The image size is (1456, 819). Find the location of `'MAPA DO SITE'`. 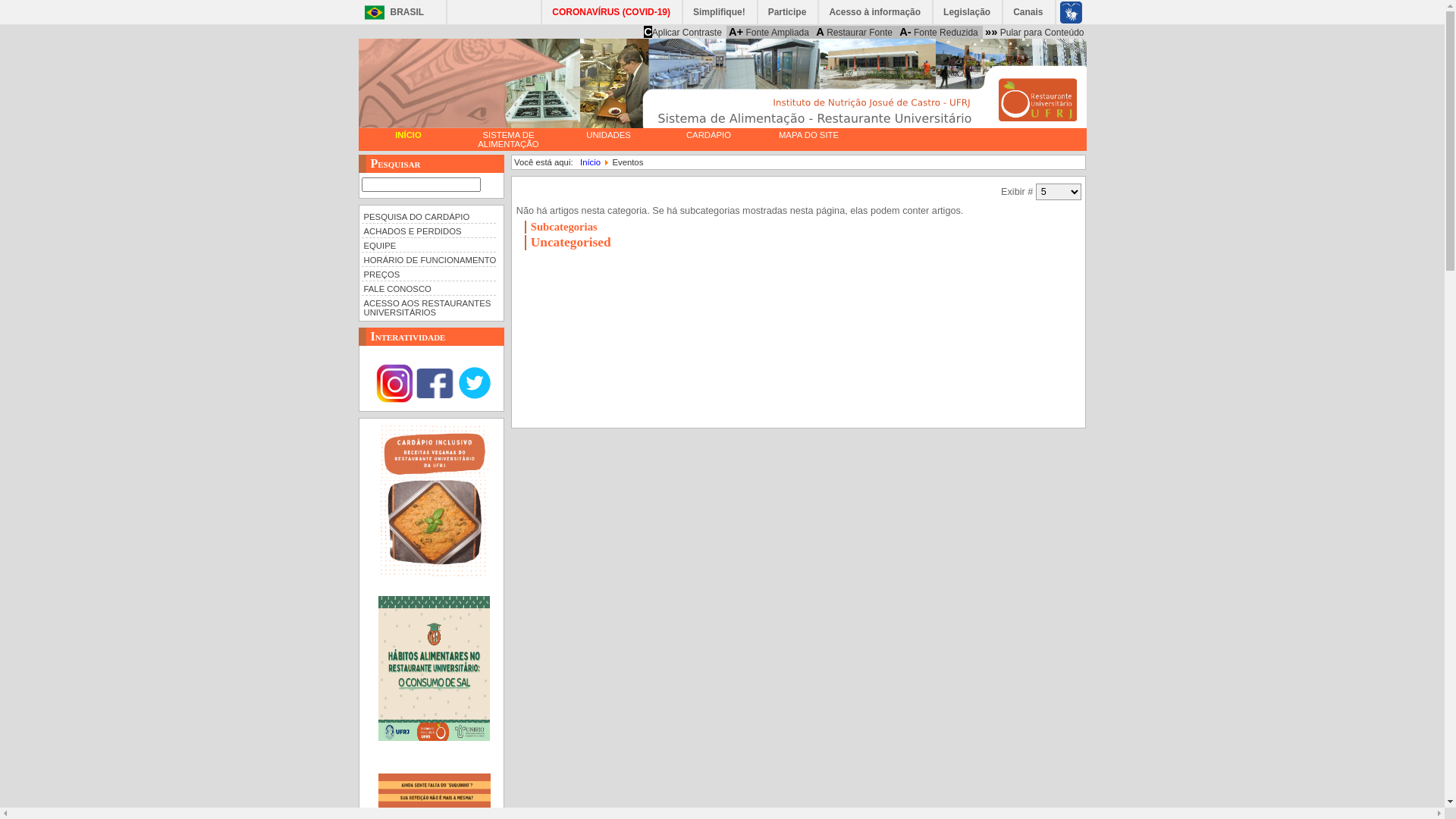

'MAPA DO SITE' is located at coordinates (807, 133).